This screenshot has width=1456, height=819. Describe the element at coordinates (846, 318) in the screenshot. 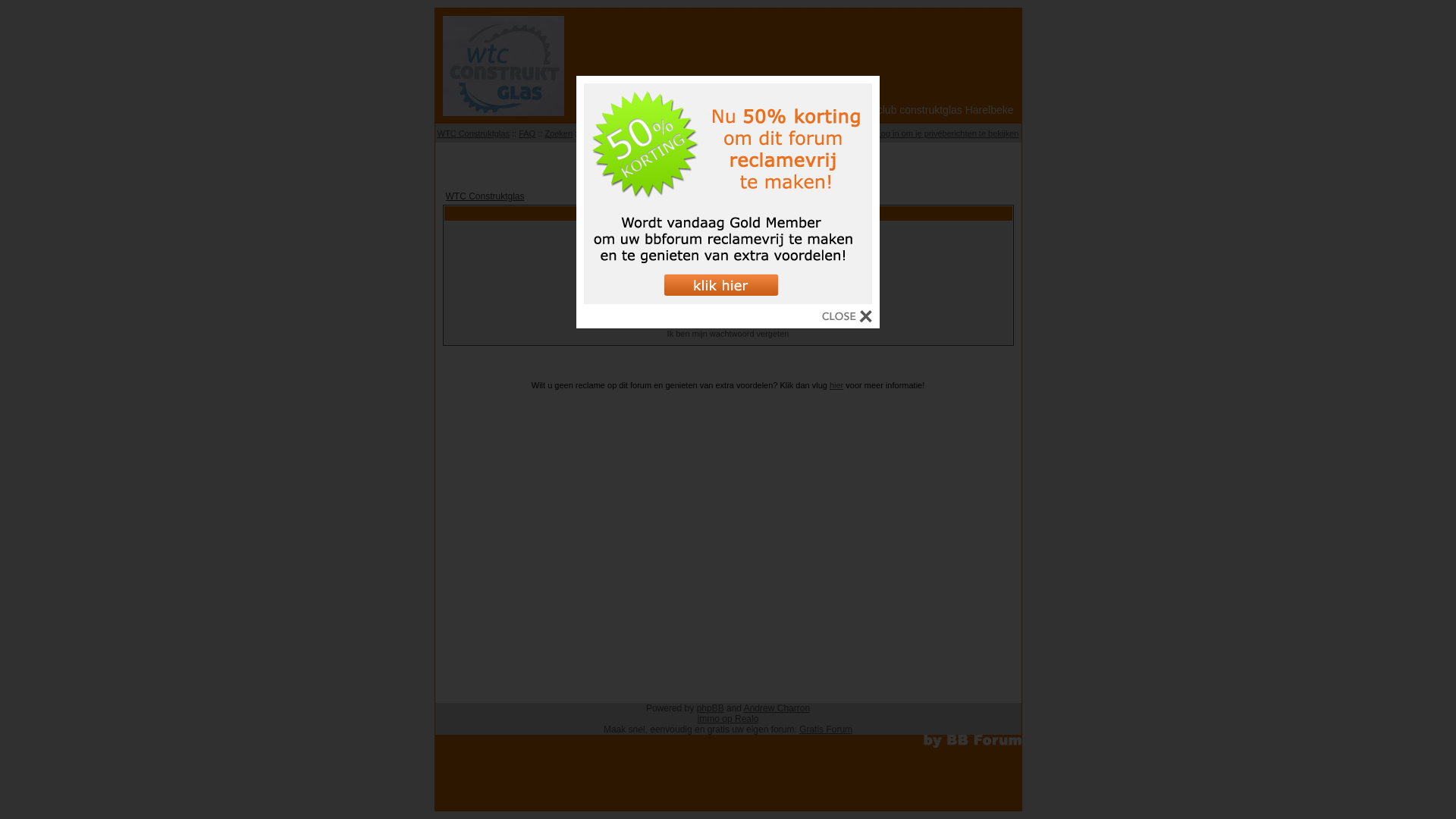

I see `'sluiten'` at that location.